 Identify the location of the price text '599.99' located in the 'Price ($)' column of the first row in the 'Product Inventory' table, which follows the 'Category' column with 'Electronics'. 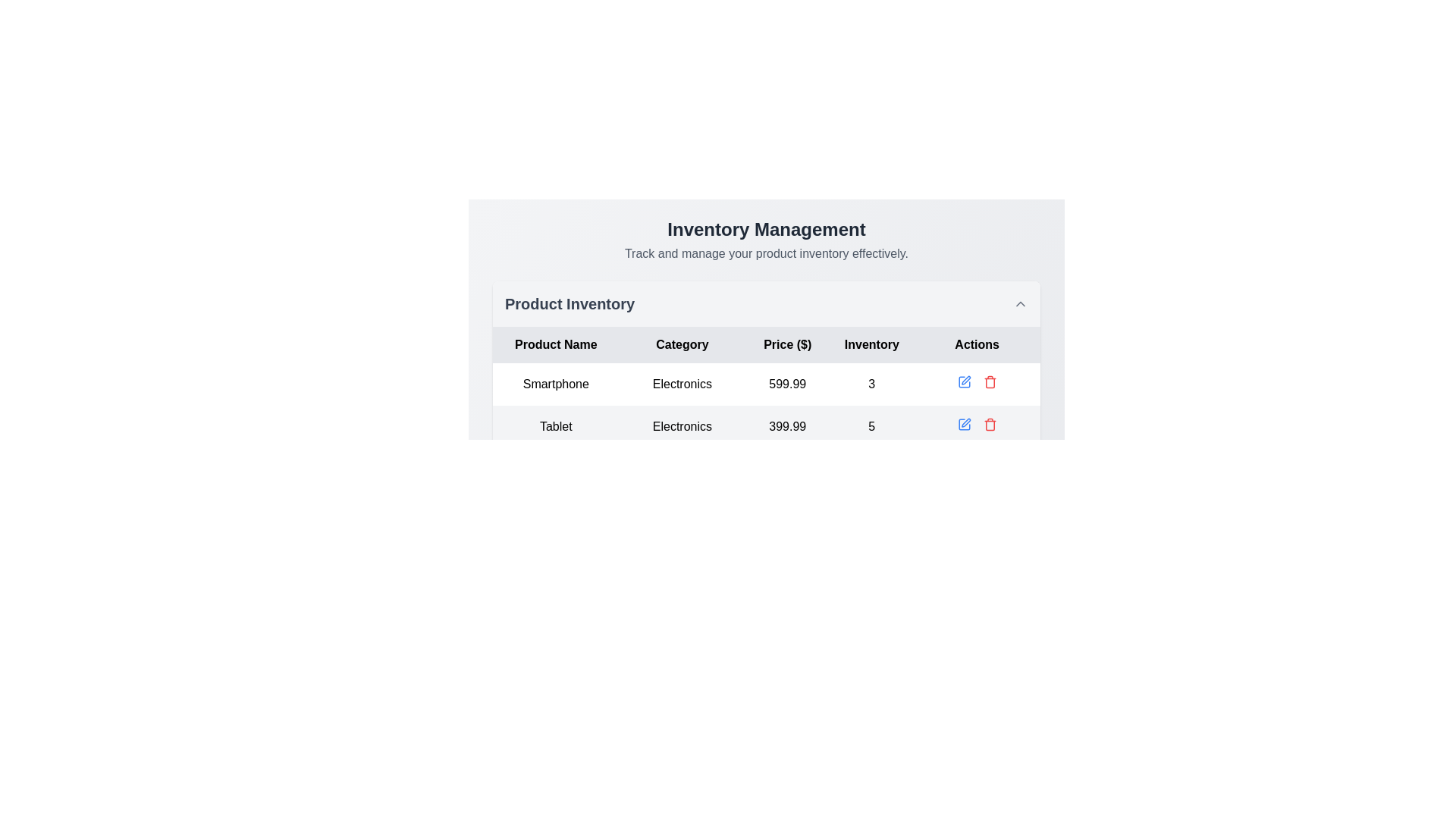
(787, 383).